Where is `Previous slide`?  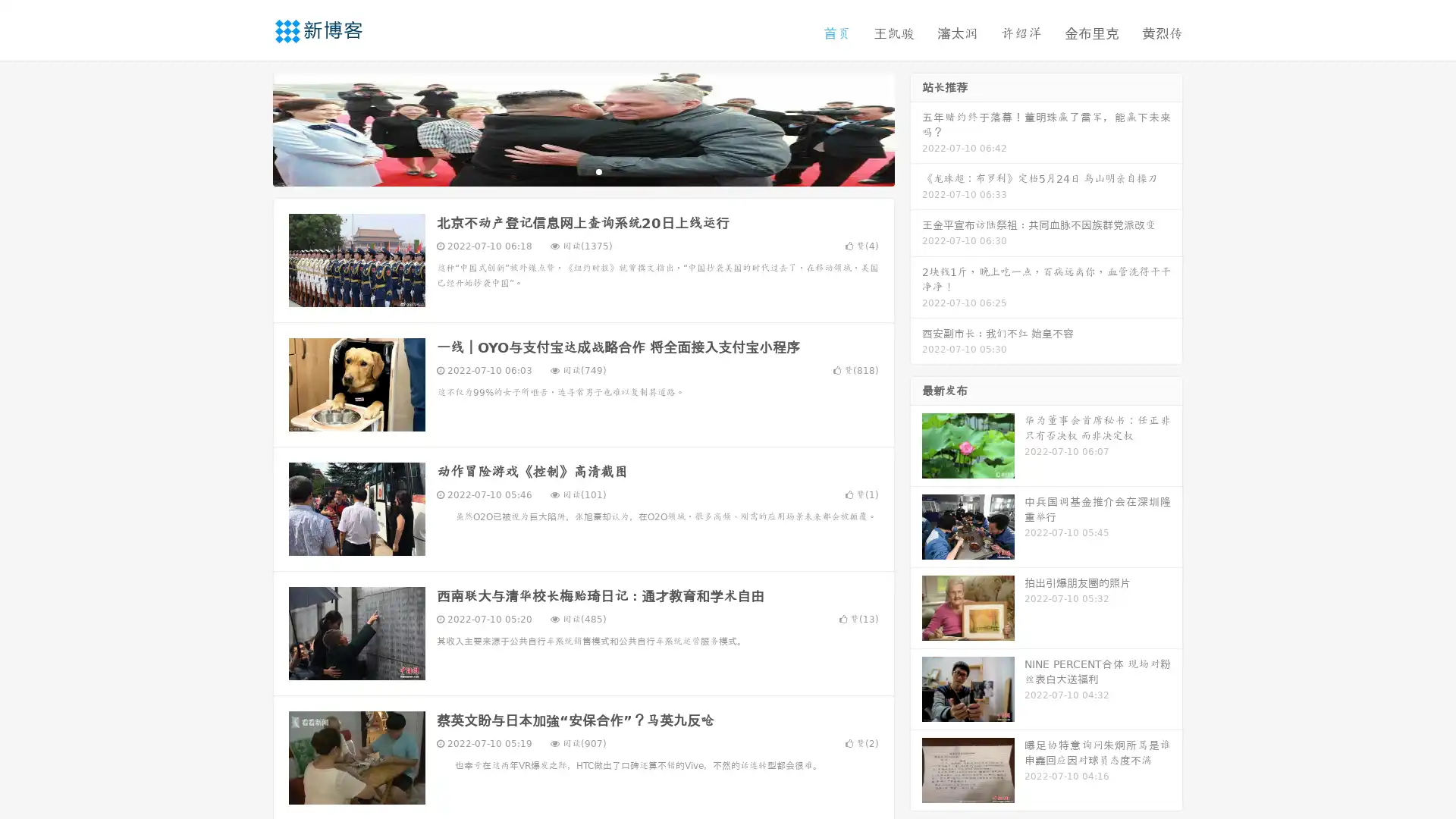
Previous slide is located at coordinates (250, 127).